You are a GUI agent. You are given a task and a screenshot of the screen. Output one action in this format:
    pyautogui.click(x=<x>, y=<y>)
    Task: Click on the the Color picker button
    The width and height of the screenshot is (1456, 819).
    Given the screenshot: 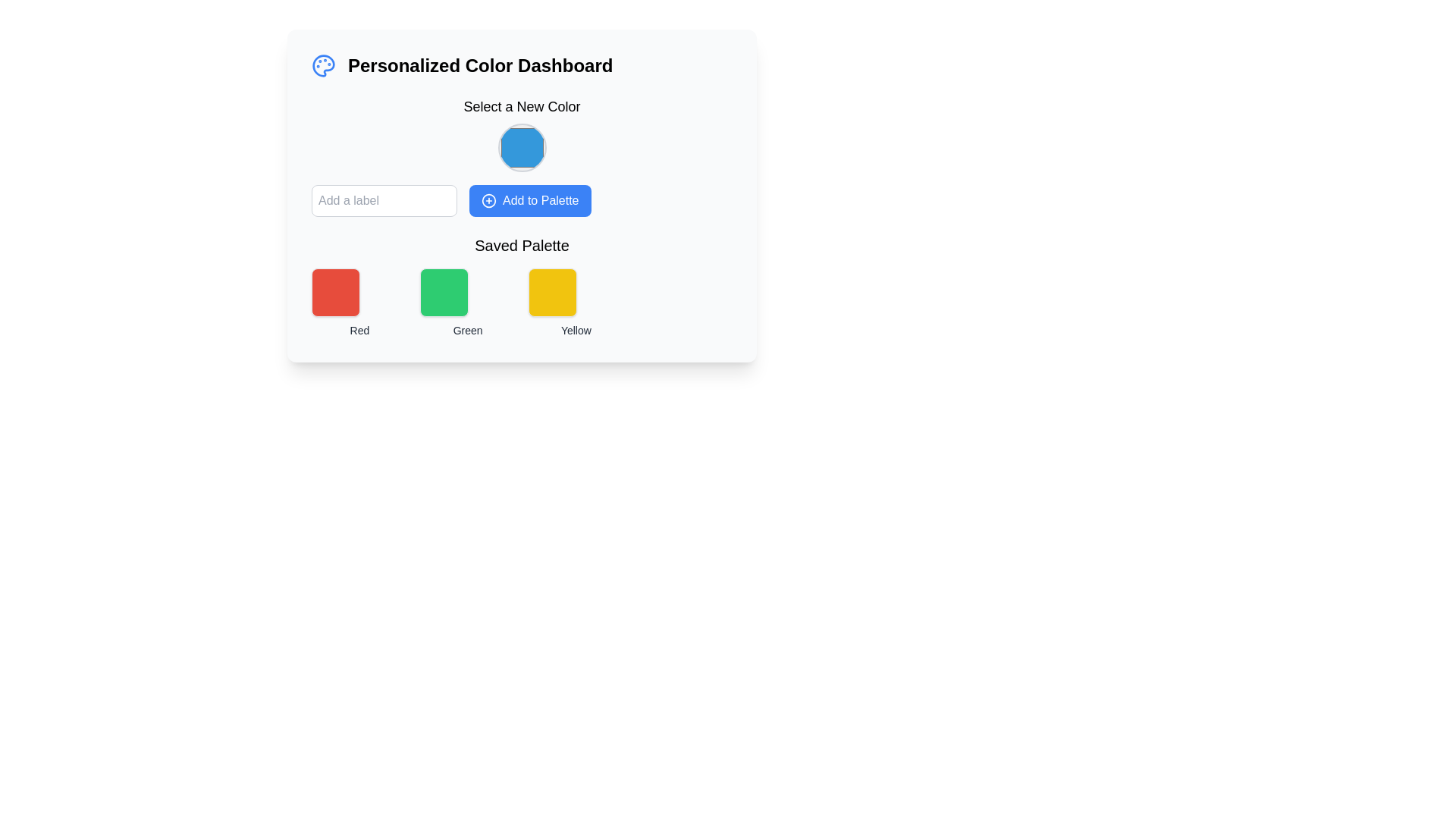 What is the action you would take?
    pyautogui.click(x=522, y=148)
    